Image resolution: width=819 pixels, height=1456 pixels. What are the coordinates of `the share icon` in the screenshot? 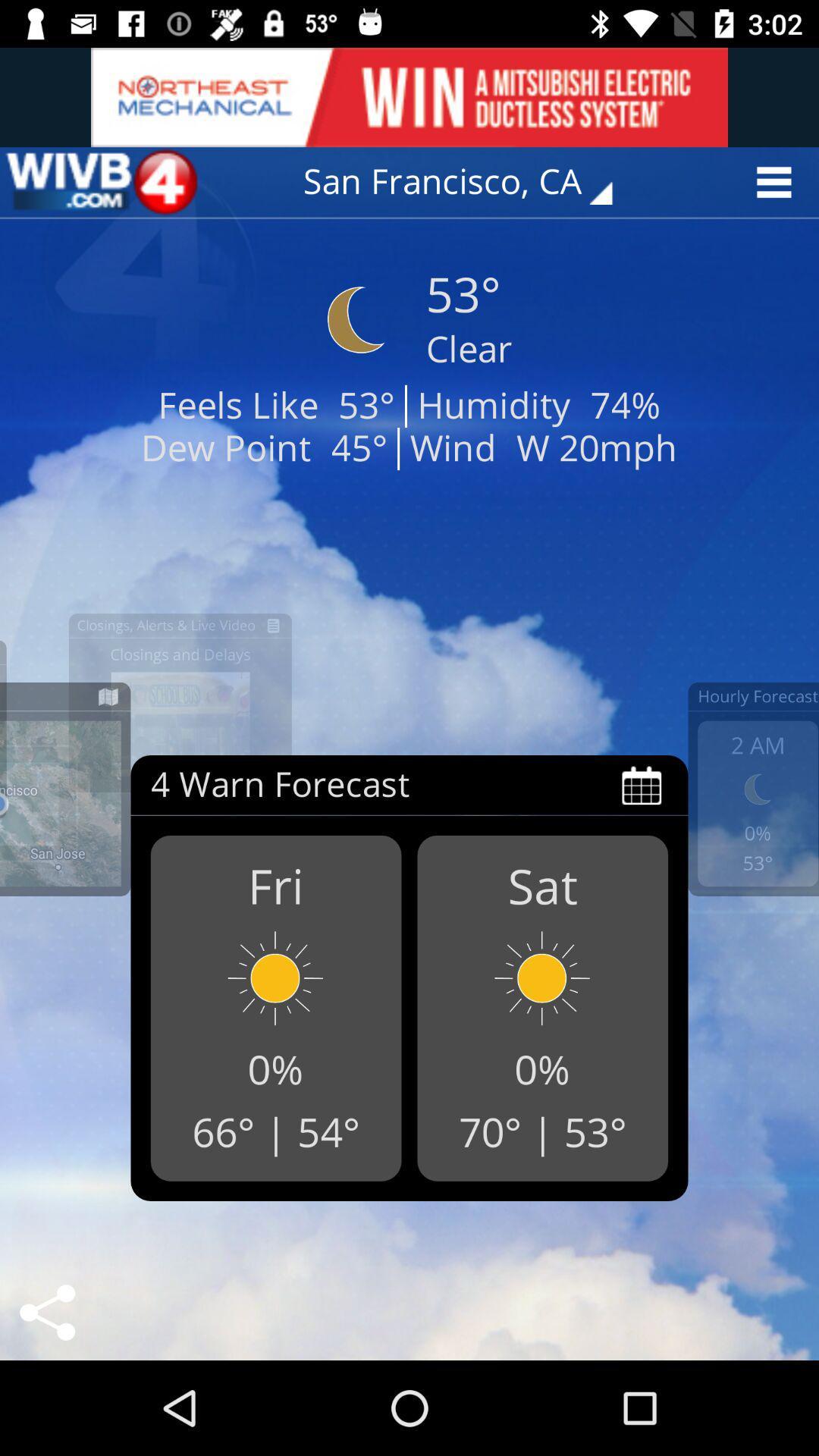 It's located at (46, 1312).